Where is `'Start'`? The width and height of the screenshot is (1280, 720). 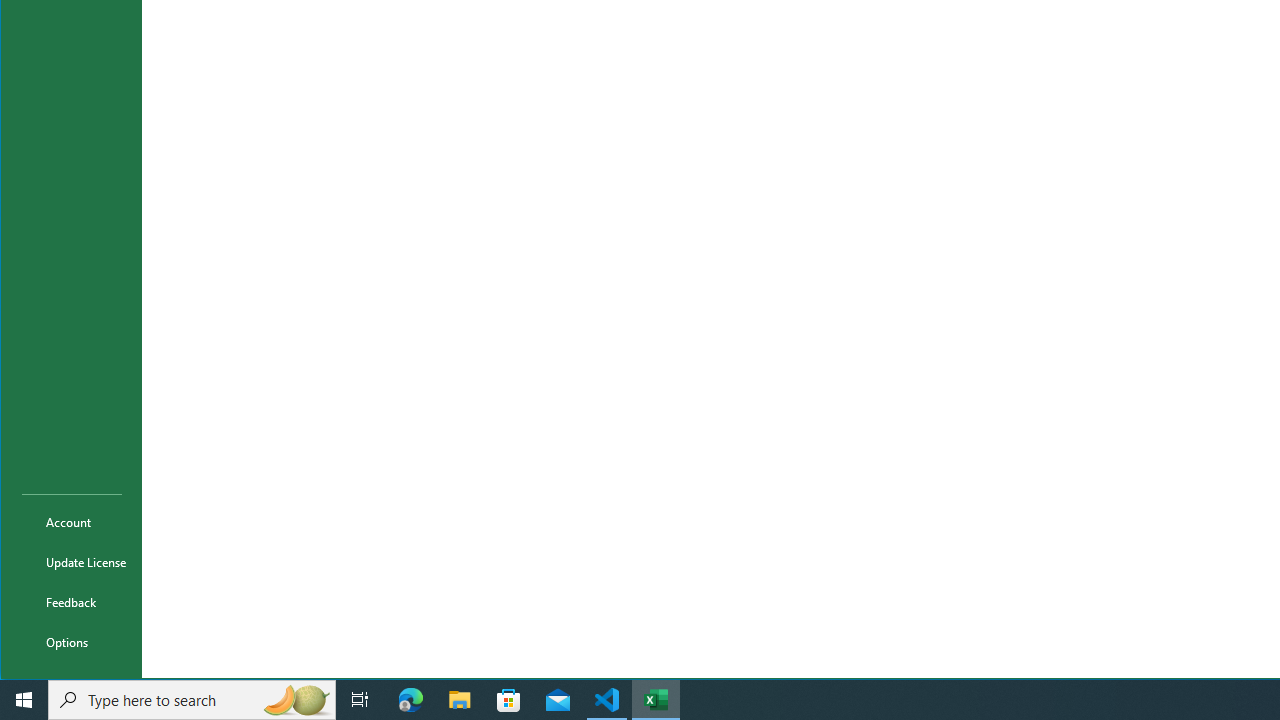 'Start' is located at coordinates (24, 698).